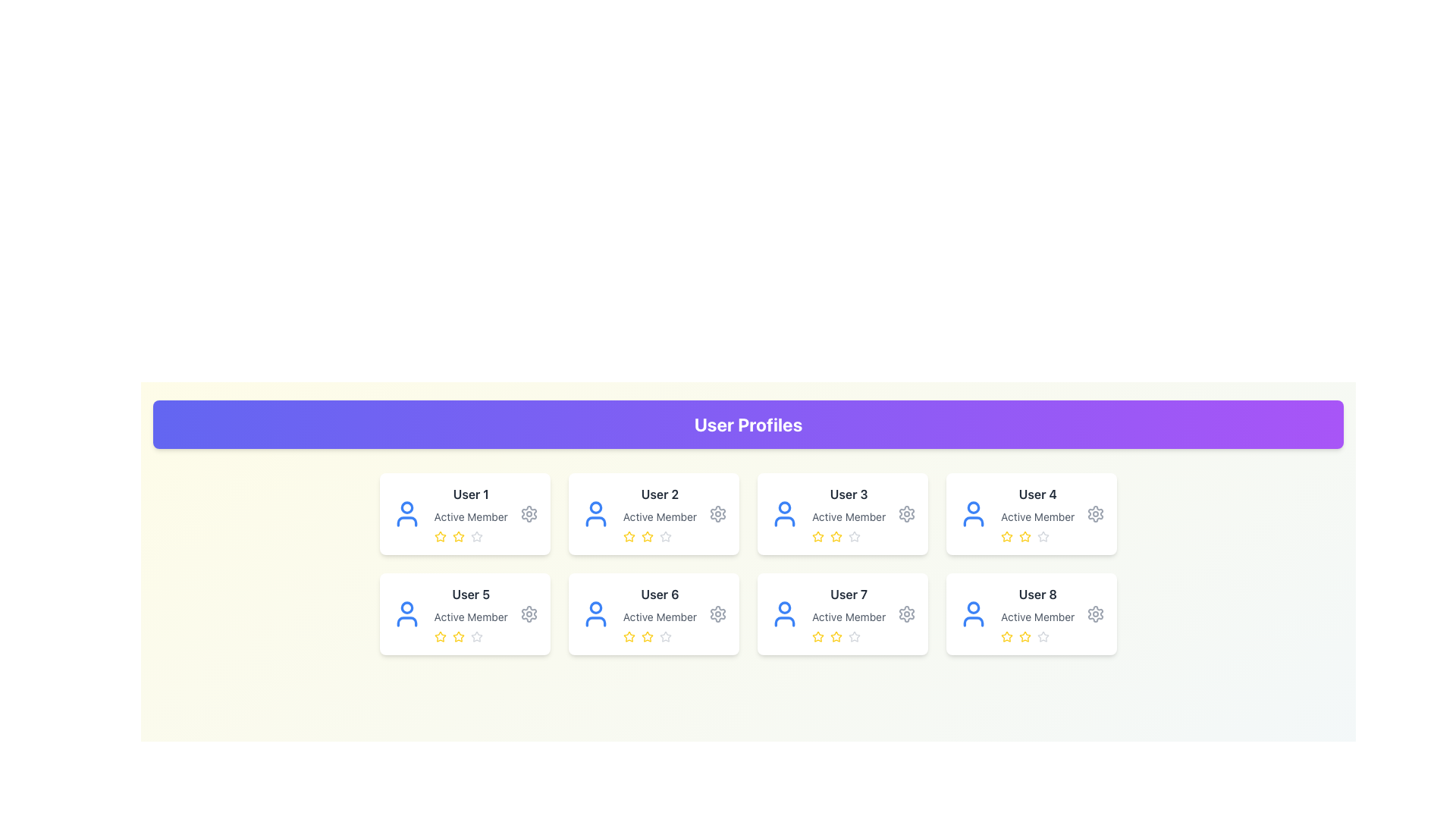  I want to click on the user profile card displaying information about 'User 6', located in the second row and second column of the grid layout, so click(654, 614).